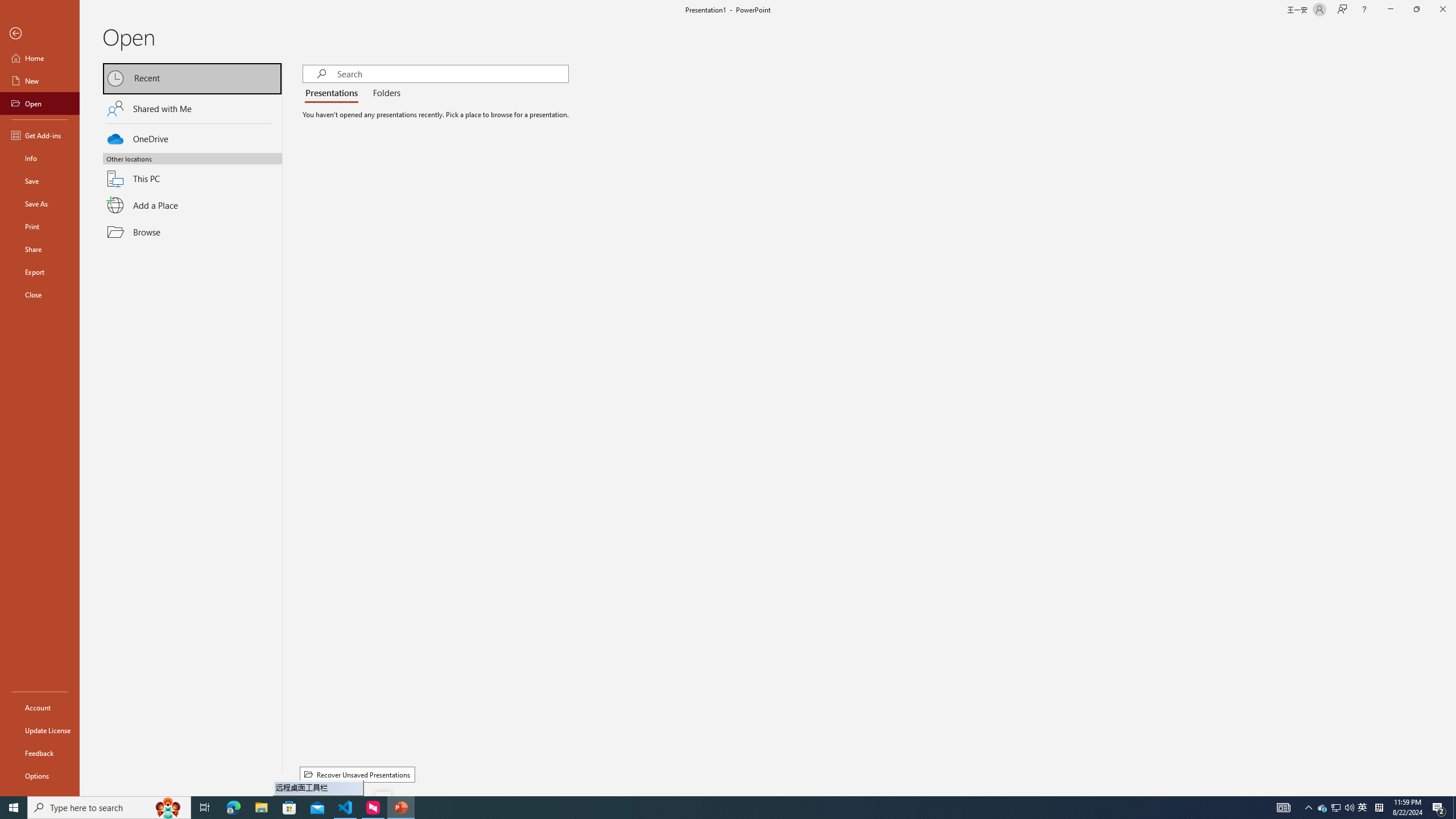 The width and height of the screenshot is (1456, 819). Describe the element at coordinates (39, 33) in the screenshot. I see `'Back'` at that location.